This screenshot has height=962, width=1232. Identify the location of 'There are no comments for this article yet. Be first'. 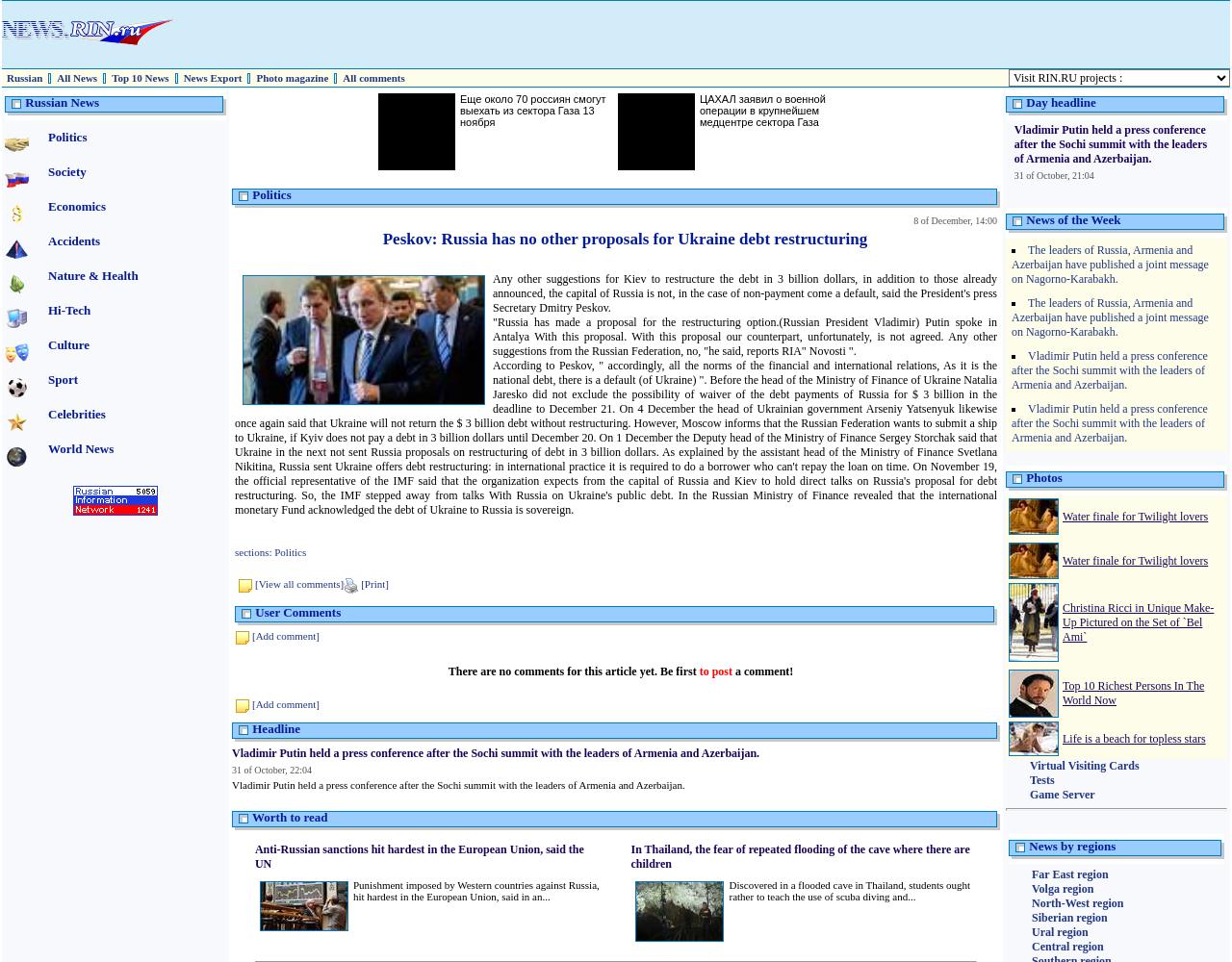
(572, 671).